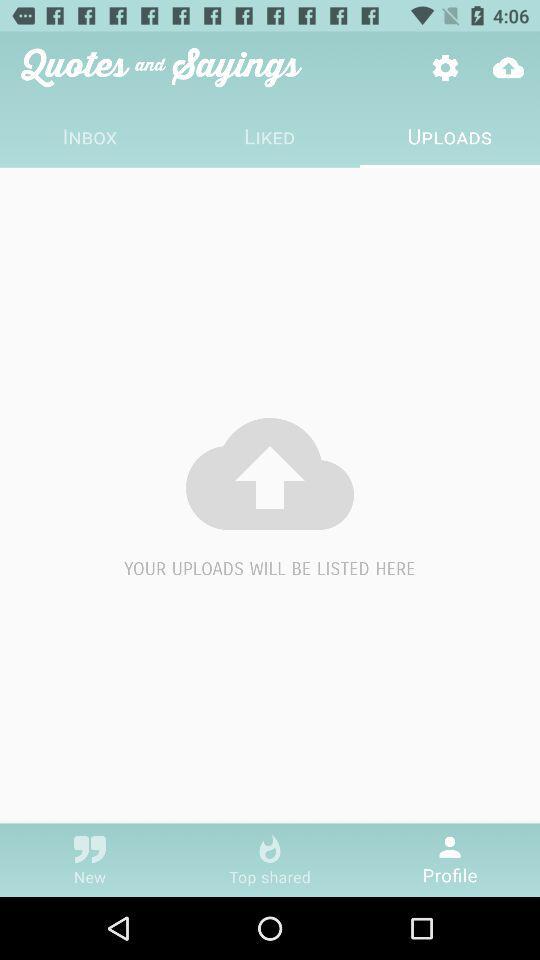 Image resolution: width=540 pixels, height=960 pixels. Describe the element at coordinates (445, 67) in the screenshot. I see `item above uploads` at that location.